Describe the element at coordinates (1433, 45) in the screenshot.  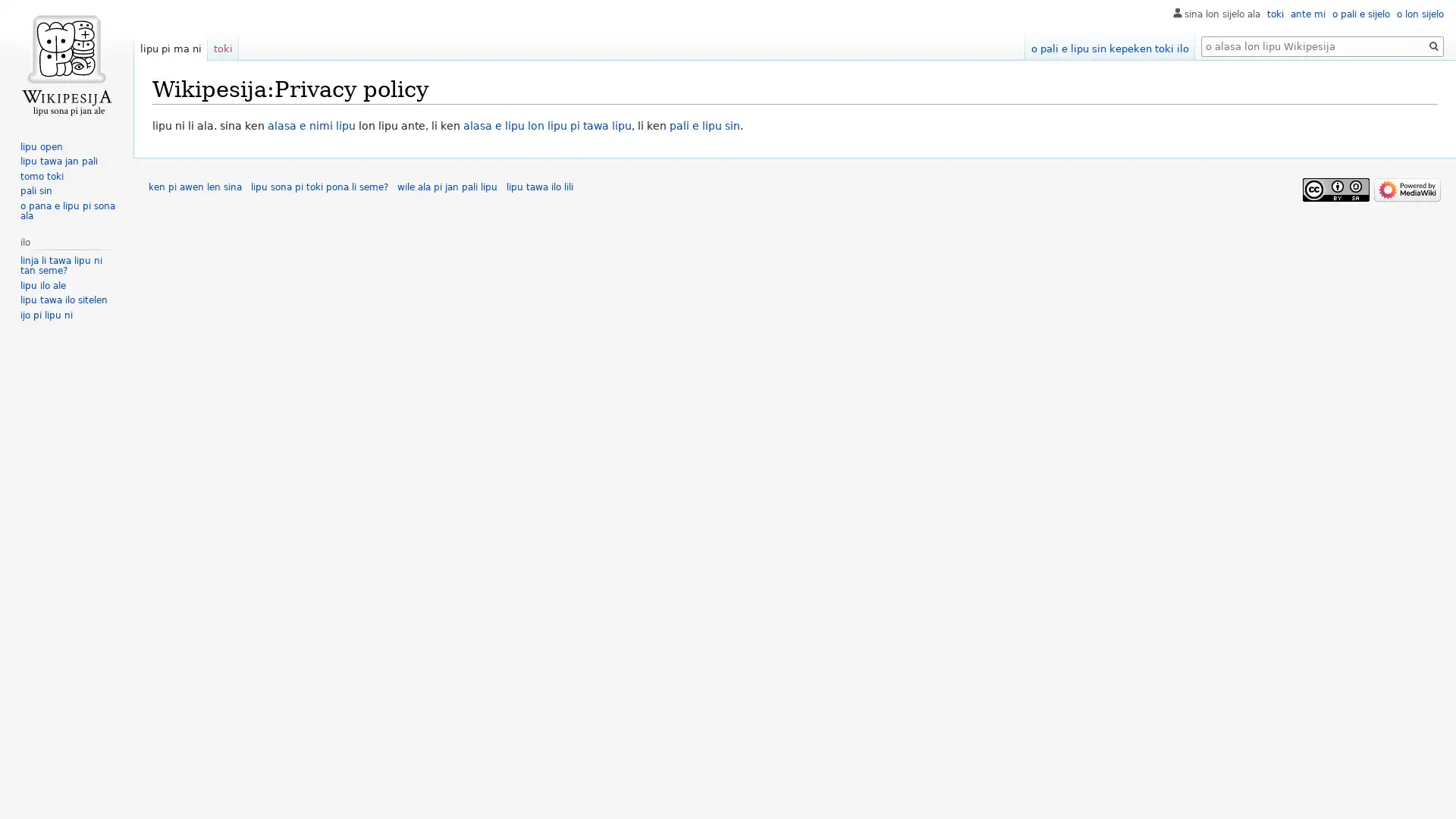
I see `o tawa` at that location.